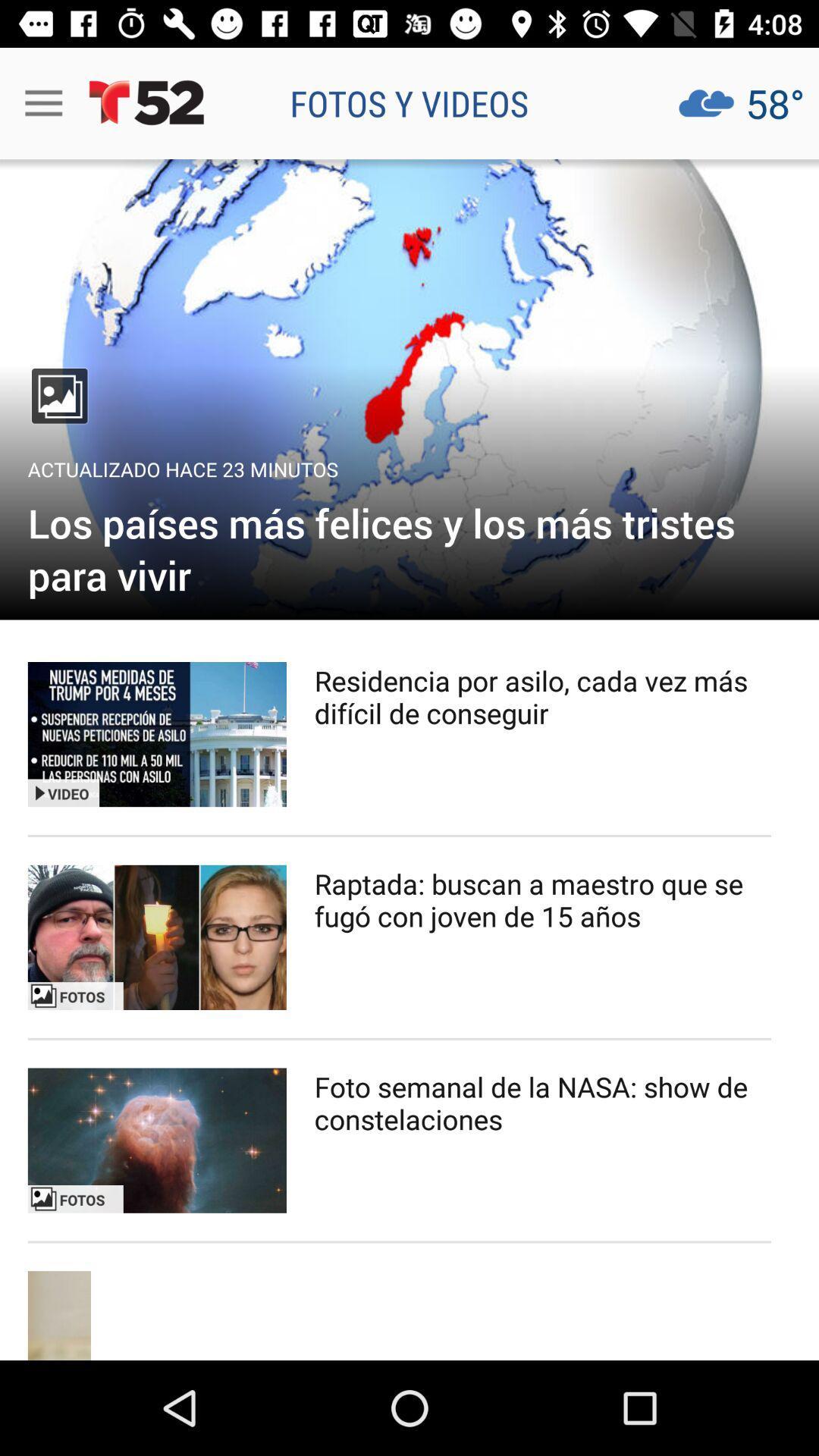 The height and width of the screenshot is (1456, 819). Describe the element at coordinates (409, 102) in the screenshot. I see `fotos y videos` at that location.